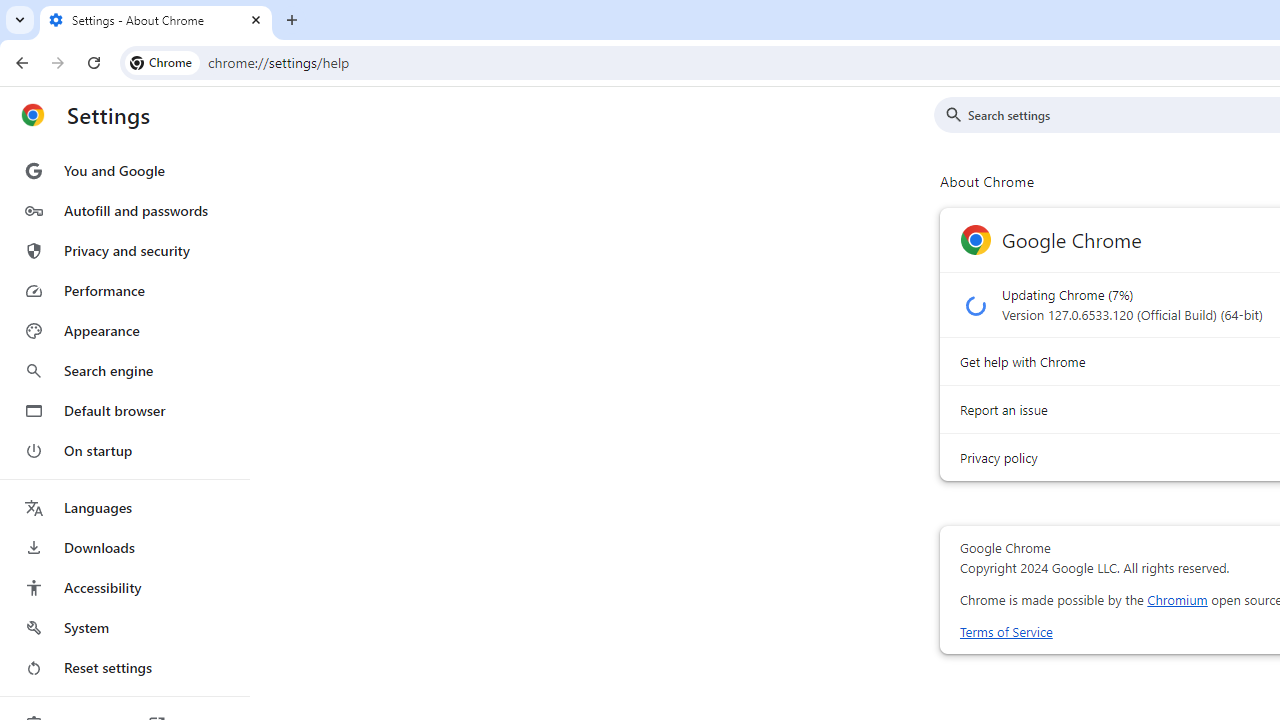 The image size is (1280, 720). What do you see at coordinates (1177, 599) in the screenshot?
I see `'Chromium'` at bounding box center [1177, 599].